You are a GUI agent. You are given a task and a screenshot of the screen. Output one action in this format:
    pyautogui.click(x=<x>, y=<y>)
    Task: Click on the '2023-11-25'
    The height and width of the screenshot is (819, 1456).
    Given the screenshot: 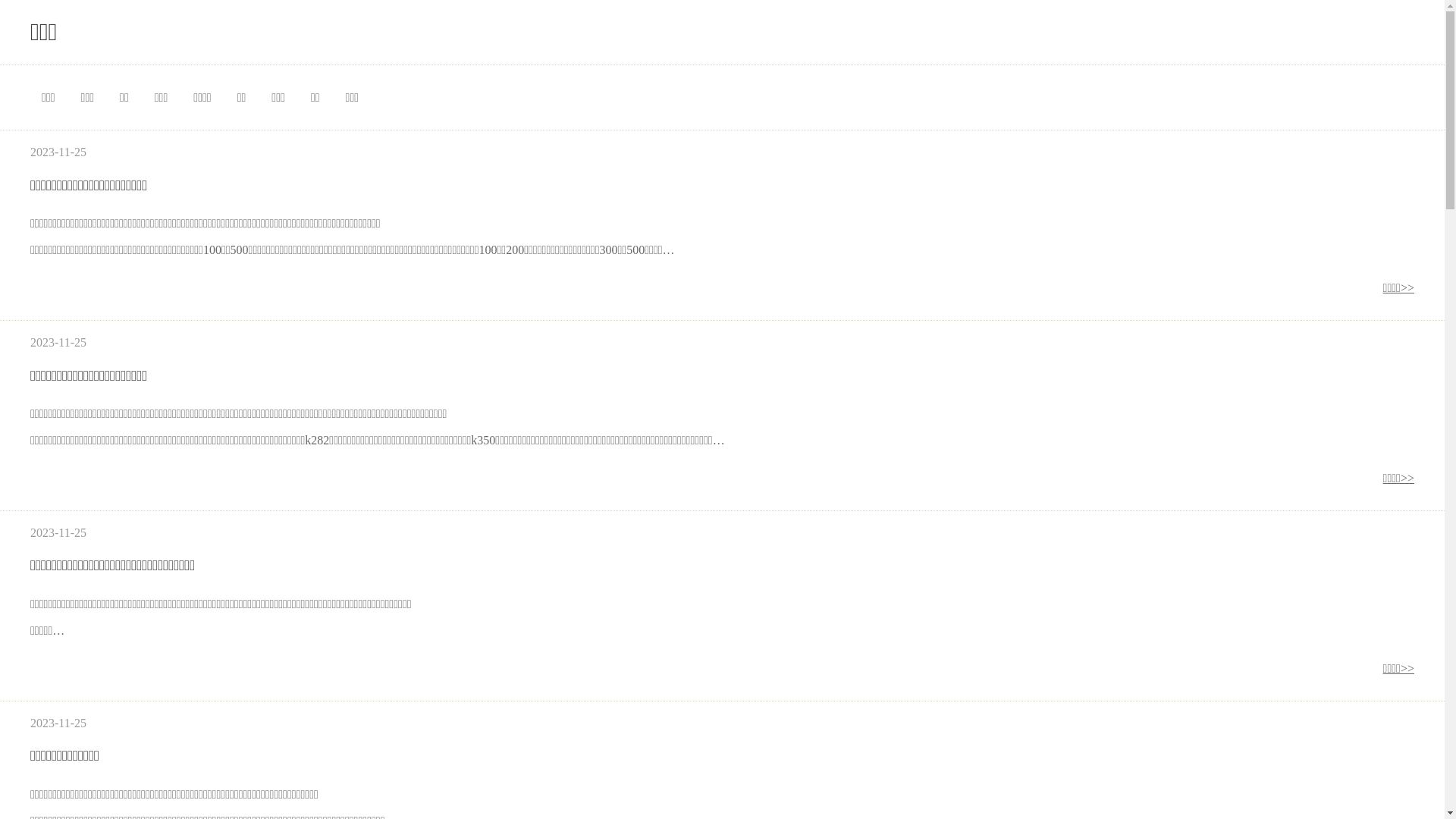 What is the action you would take?
    pyautogui.click(x=58, y=532)
    